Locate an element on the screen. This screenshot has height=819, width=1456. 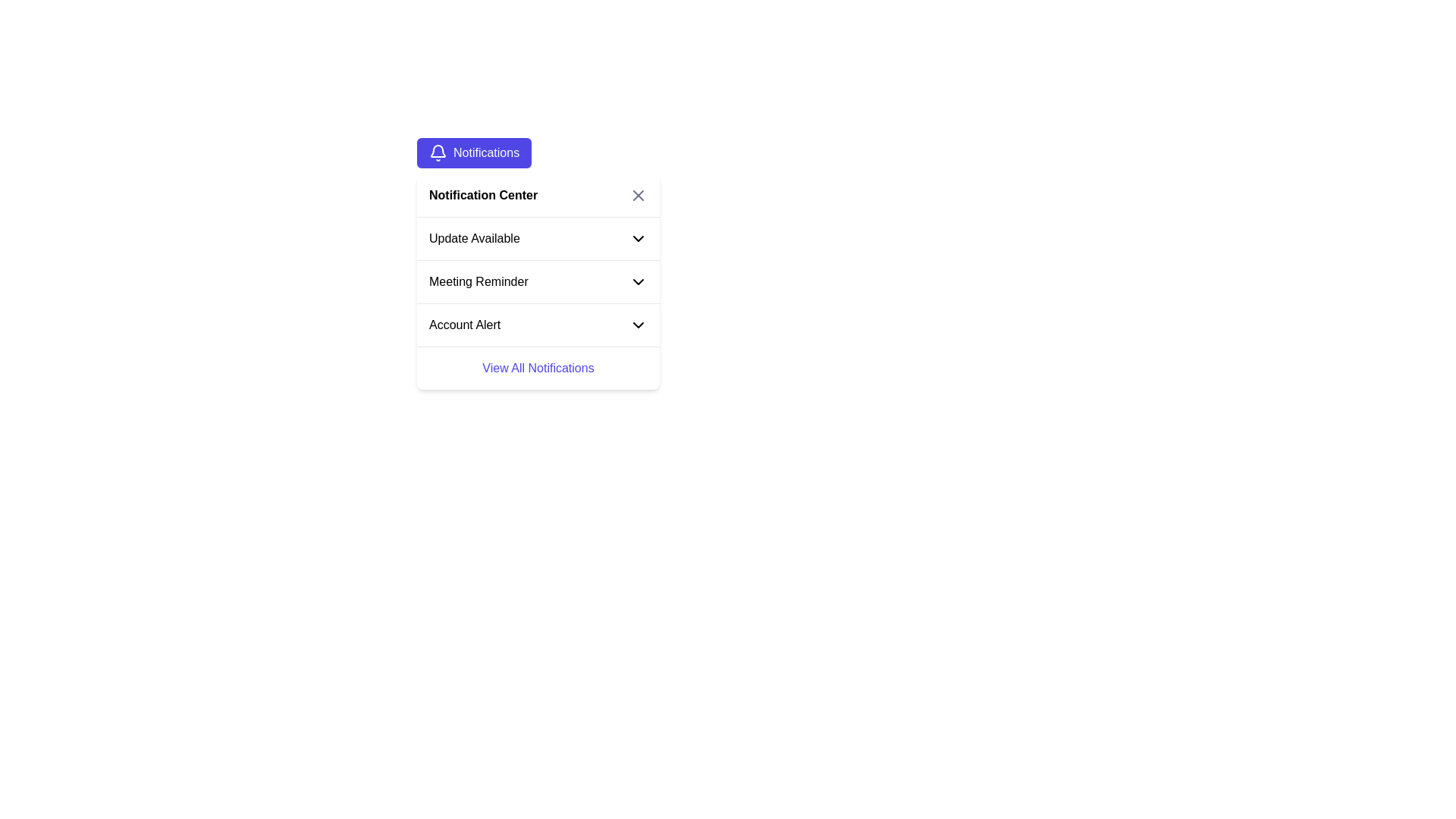
the downward-facing chevron icon located to the far right of the 'Update Available' section in the notification menu is located at coordinates (638, 239).